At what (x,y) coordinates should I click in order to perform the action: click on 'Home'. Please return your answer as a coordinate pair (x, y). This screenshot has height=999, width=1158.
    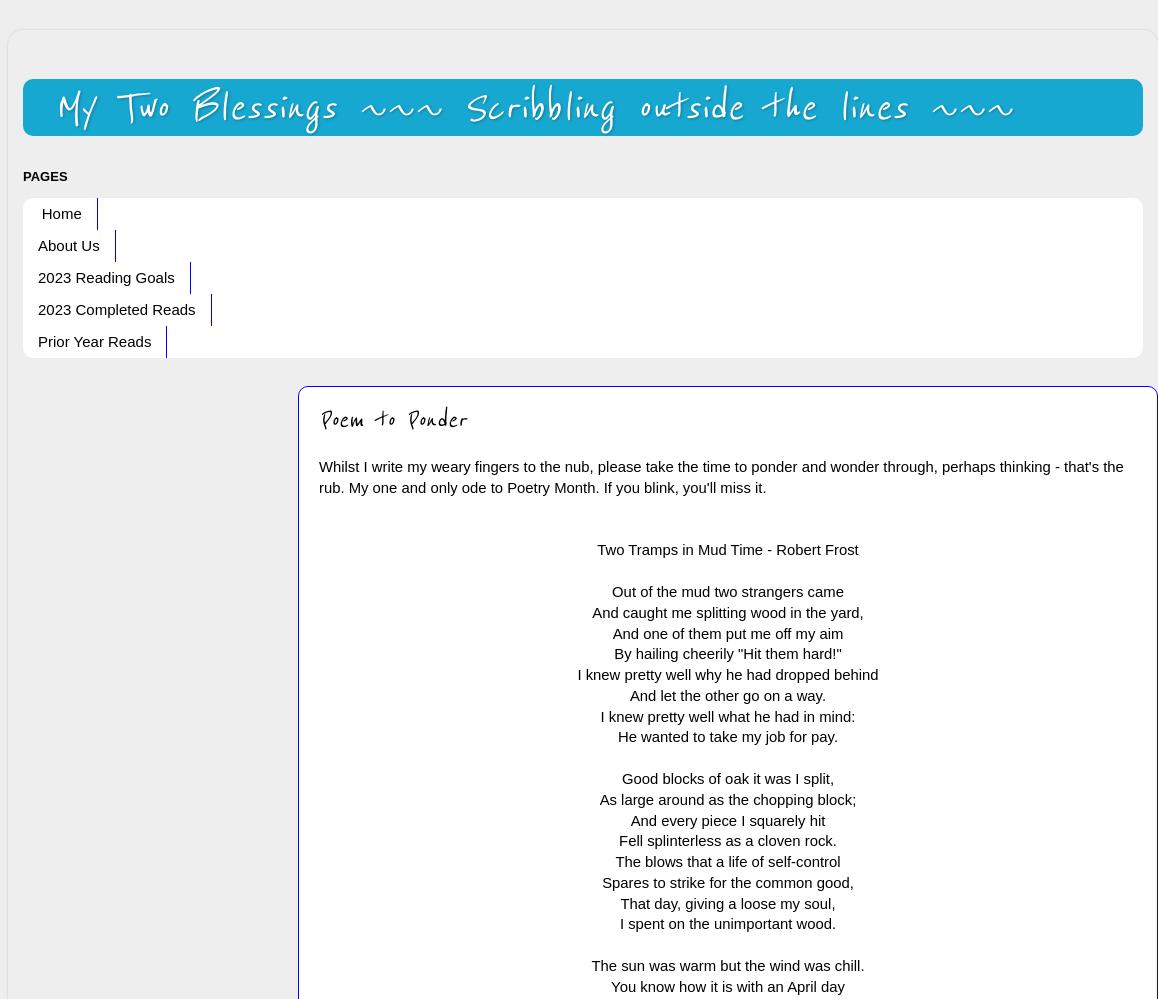
    Looking at the image, I should click on (61, 212).